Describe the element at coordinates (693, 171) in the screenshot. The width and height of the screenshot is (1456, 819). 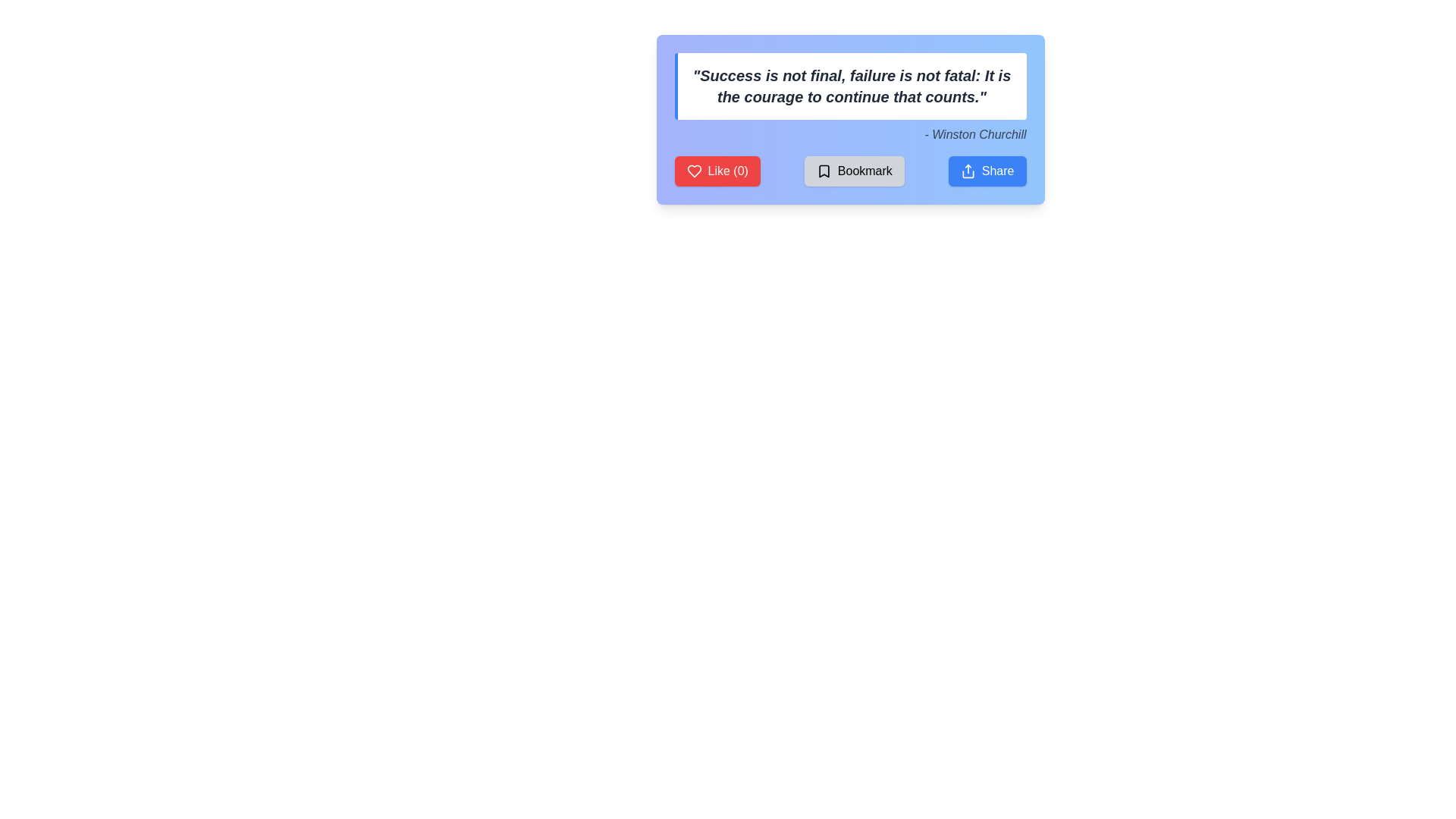
I see `the heart-shaped icon that is part of the 'Like (0)' button, located towards the bottom left of the panel` at that location.